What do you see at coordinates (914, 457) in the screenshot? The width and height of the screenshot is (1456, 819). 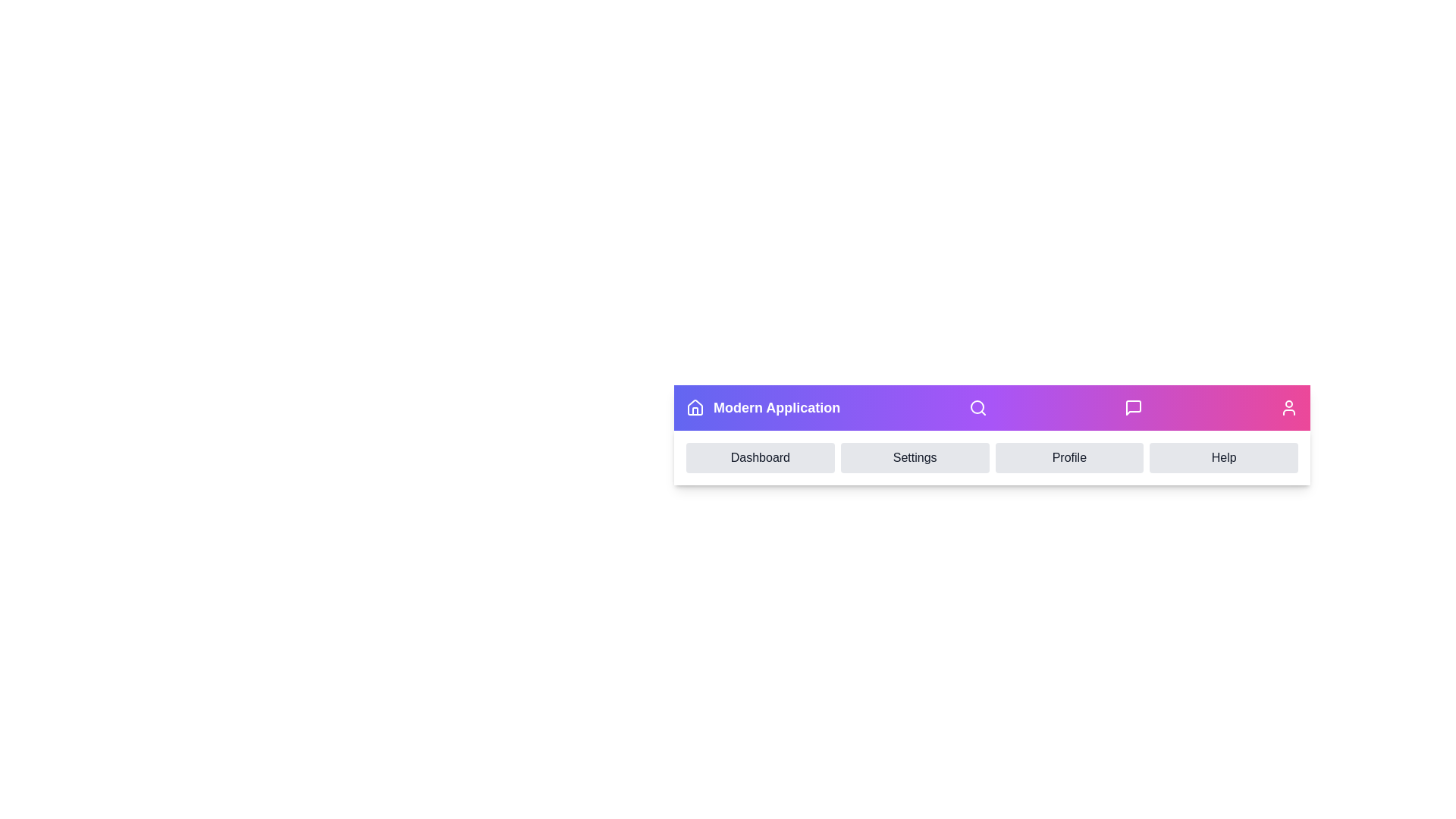 I see `the menu item Settings in the navigation menu` at bounding box center [914, 457].